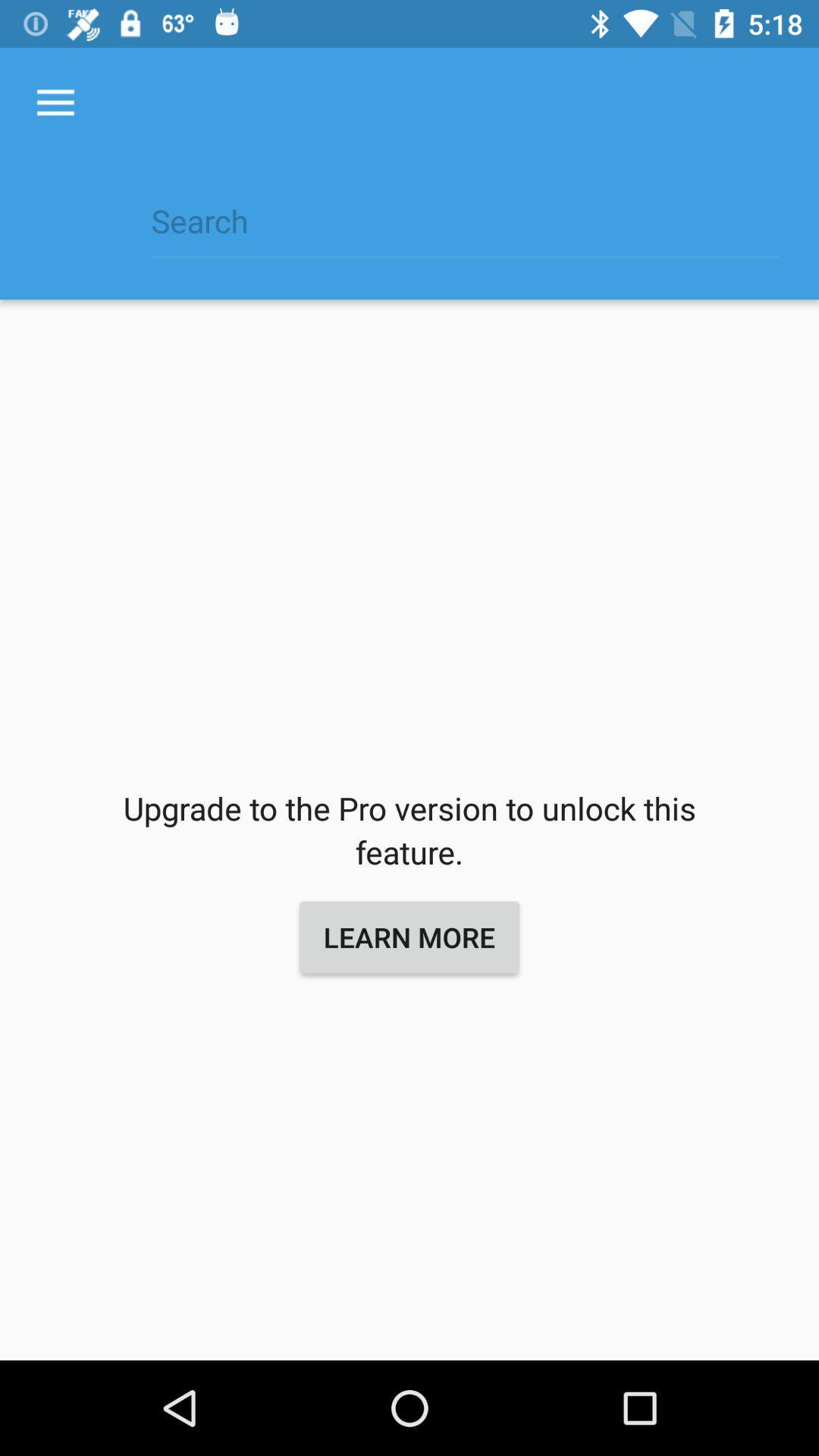  I want to click on the learn more icon, so click(409, 936).